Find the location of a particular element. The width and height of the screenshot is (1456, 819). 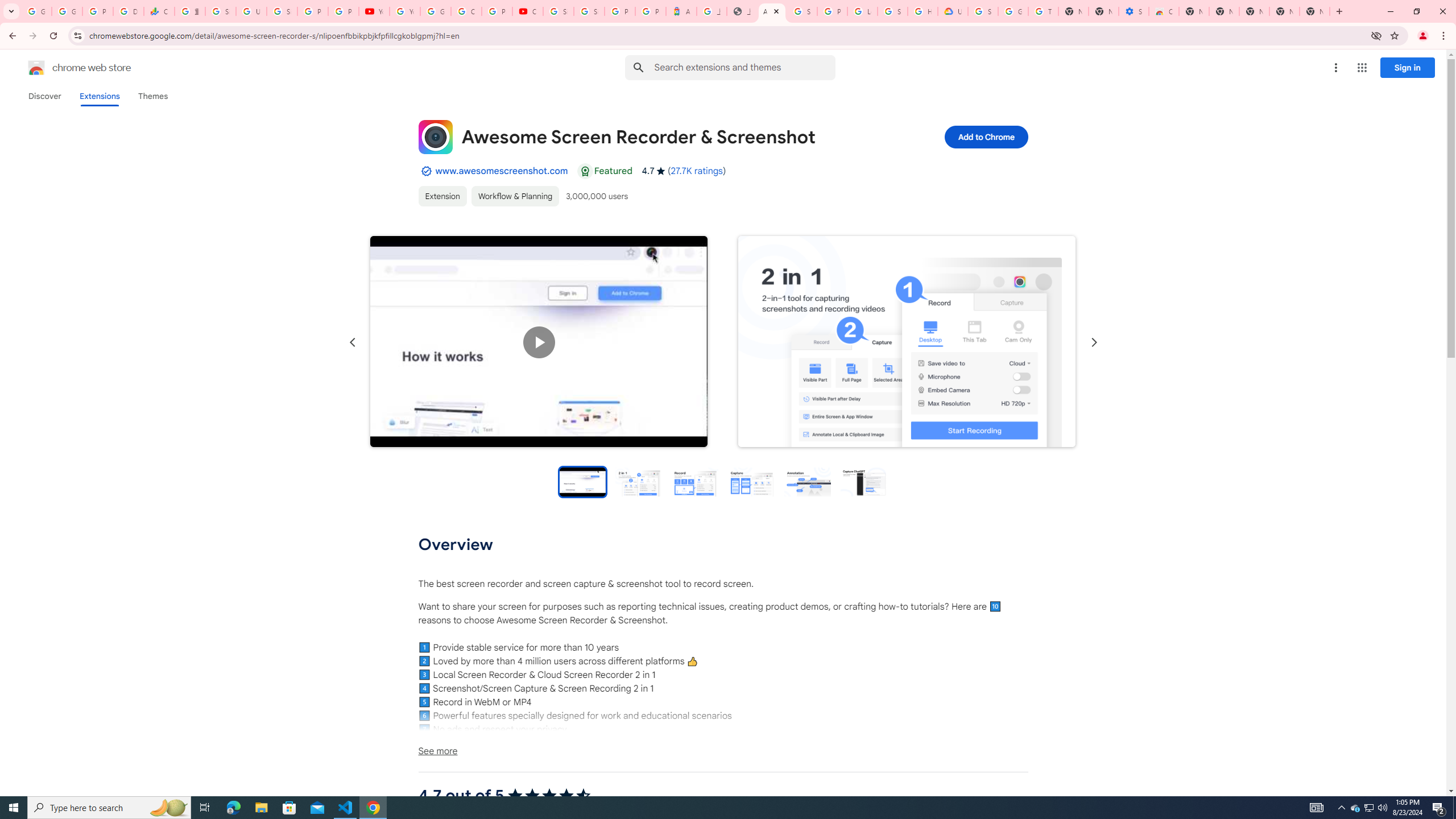

'Chrome Web Store - Accessibility extensions' is located at coordinates (1164, 11).